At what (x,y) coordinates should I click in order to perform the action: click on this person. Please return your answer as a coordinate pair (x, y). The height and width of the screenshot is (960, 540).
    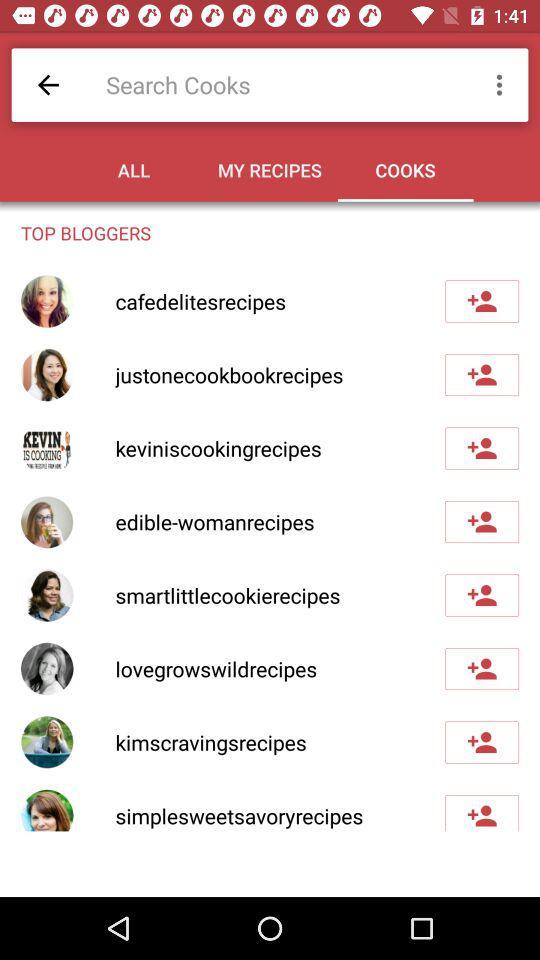
    Looking at the image, I should click on (481, 520).